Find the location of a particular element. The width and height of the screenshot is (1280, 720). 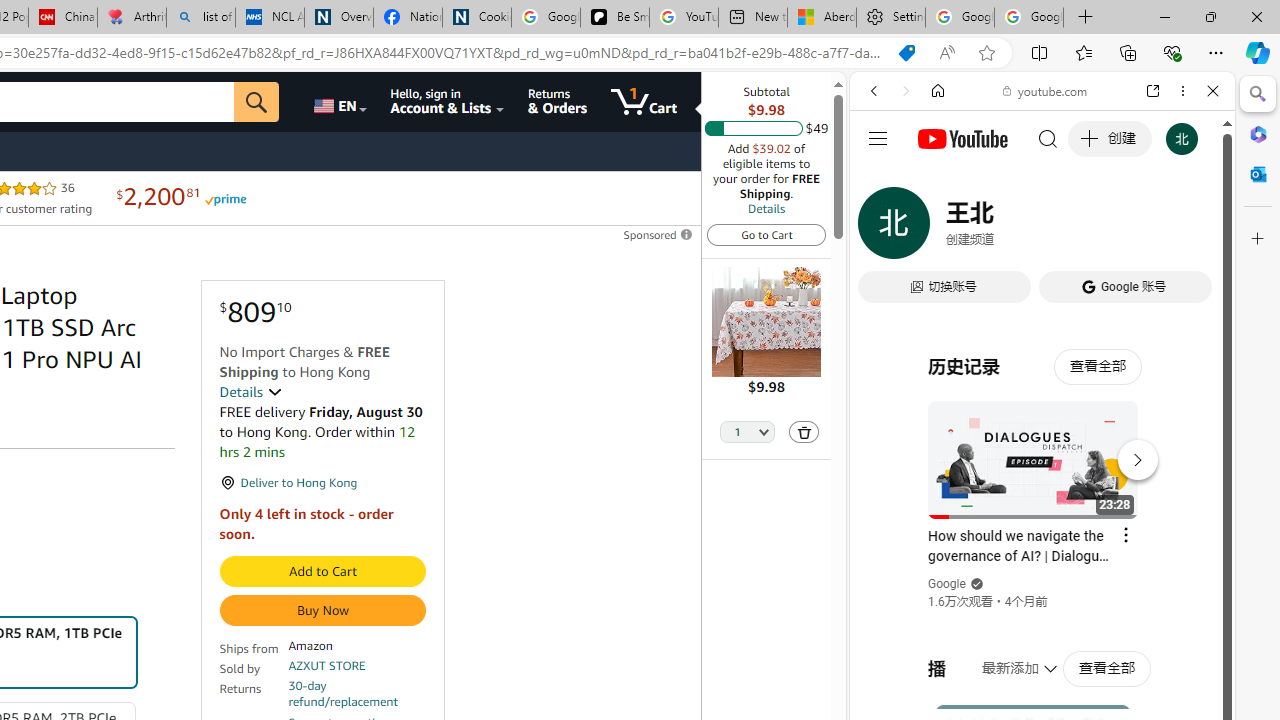

'Quantity Selector' is located at coordinates (746, 432).